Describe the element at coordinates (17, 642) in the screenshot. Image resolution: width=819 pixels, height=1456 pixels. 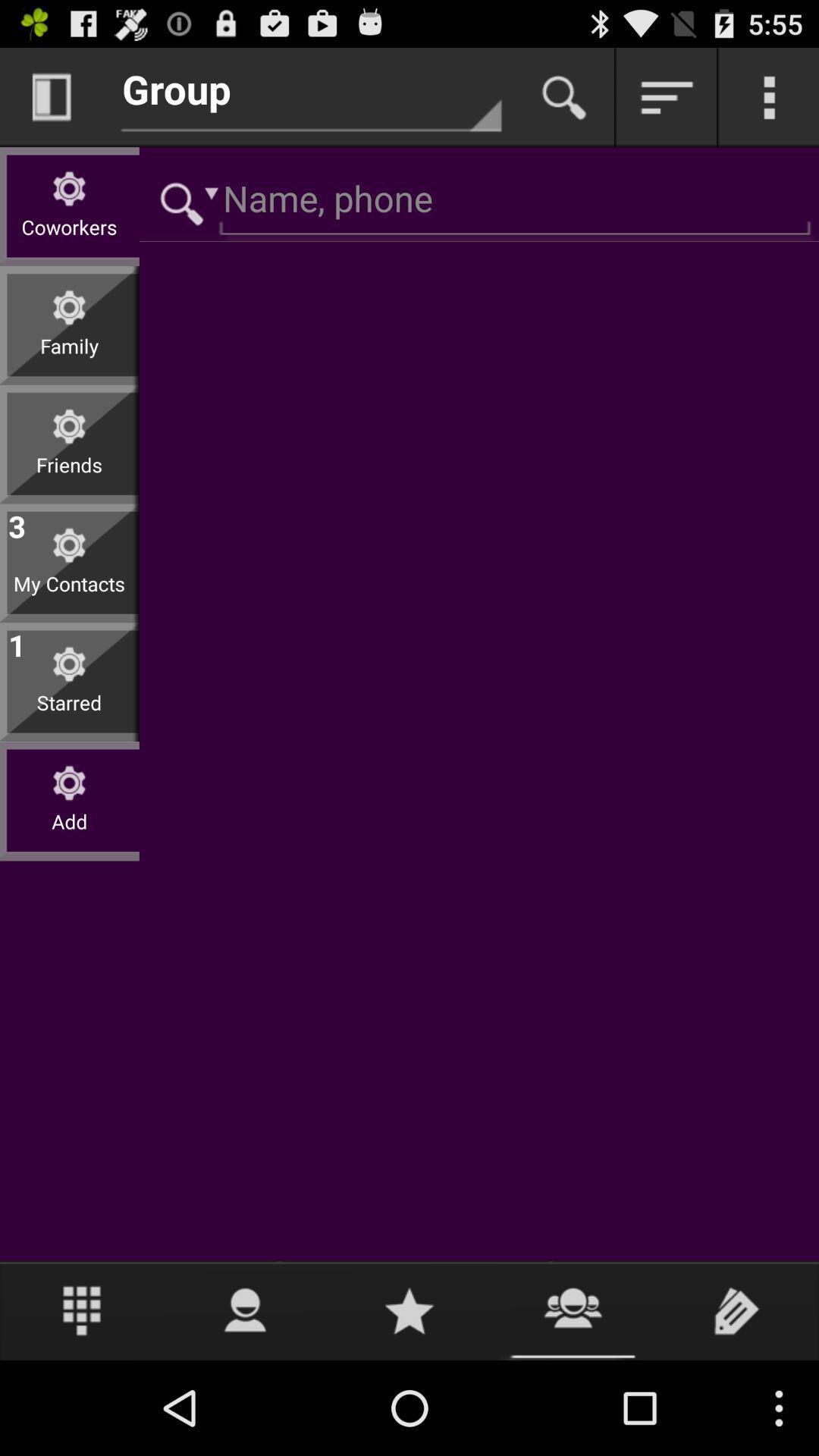
I see `the 1 item` at that location.